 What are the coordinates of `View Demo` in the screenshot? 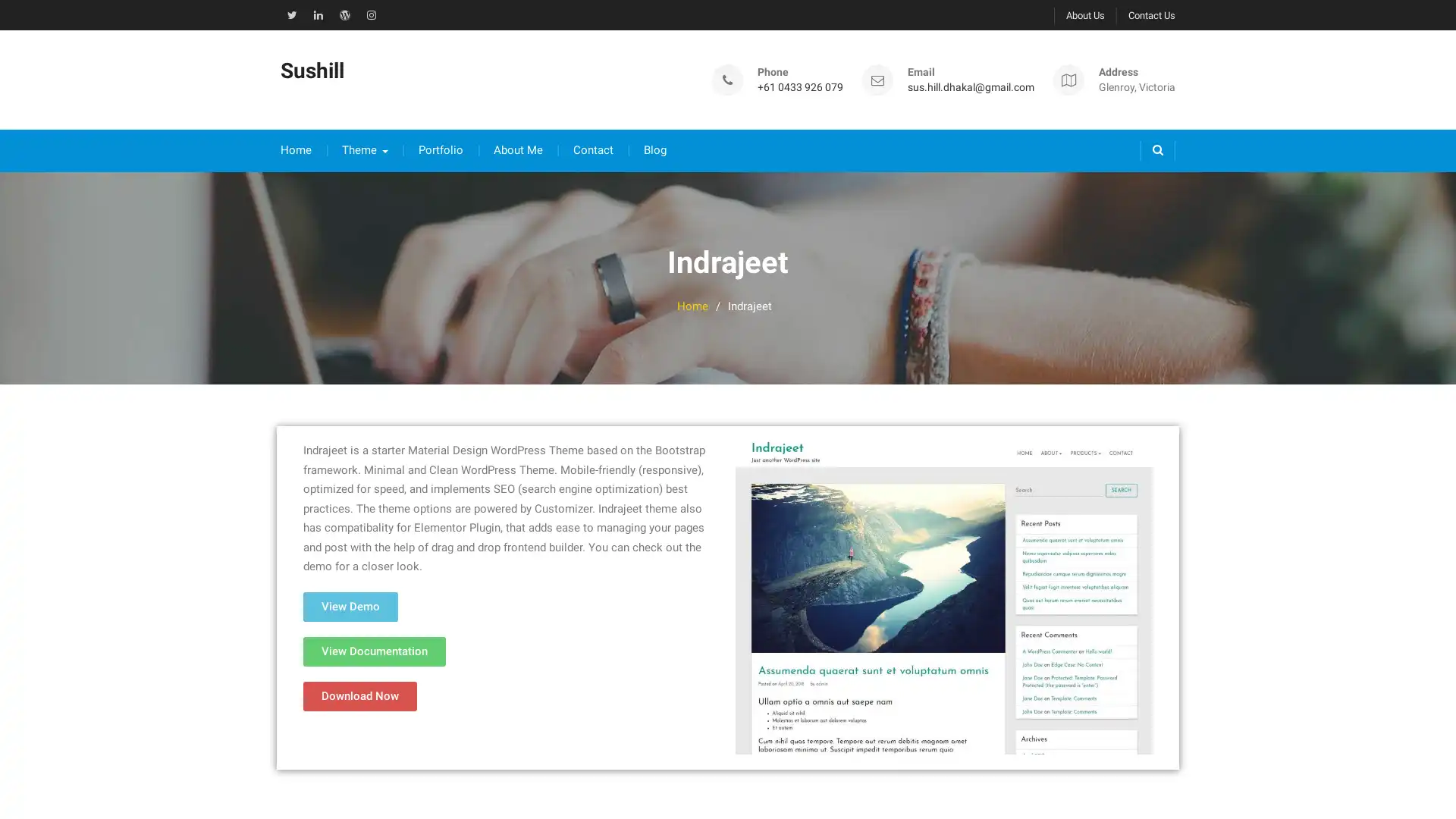 It's located at (350, 590).